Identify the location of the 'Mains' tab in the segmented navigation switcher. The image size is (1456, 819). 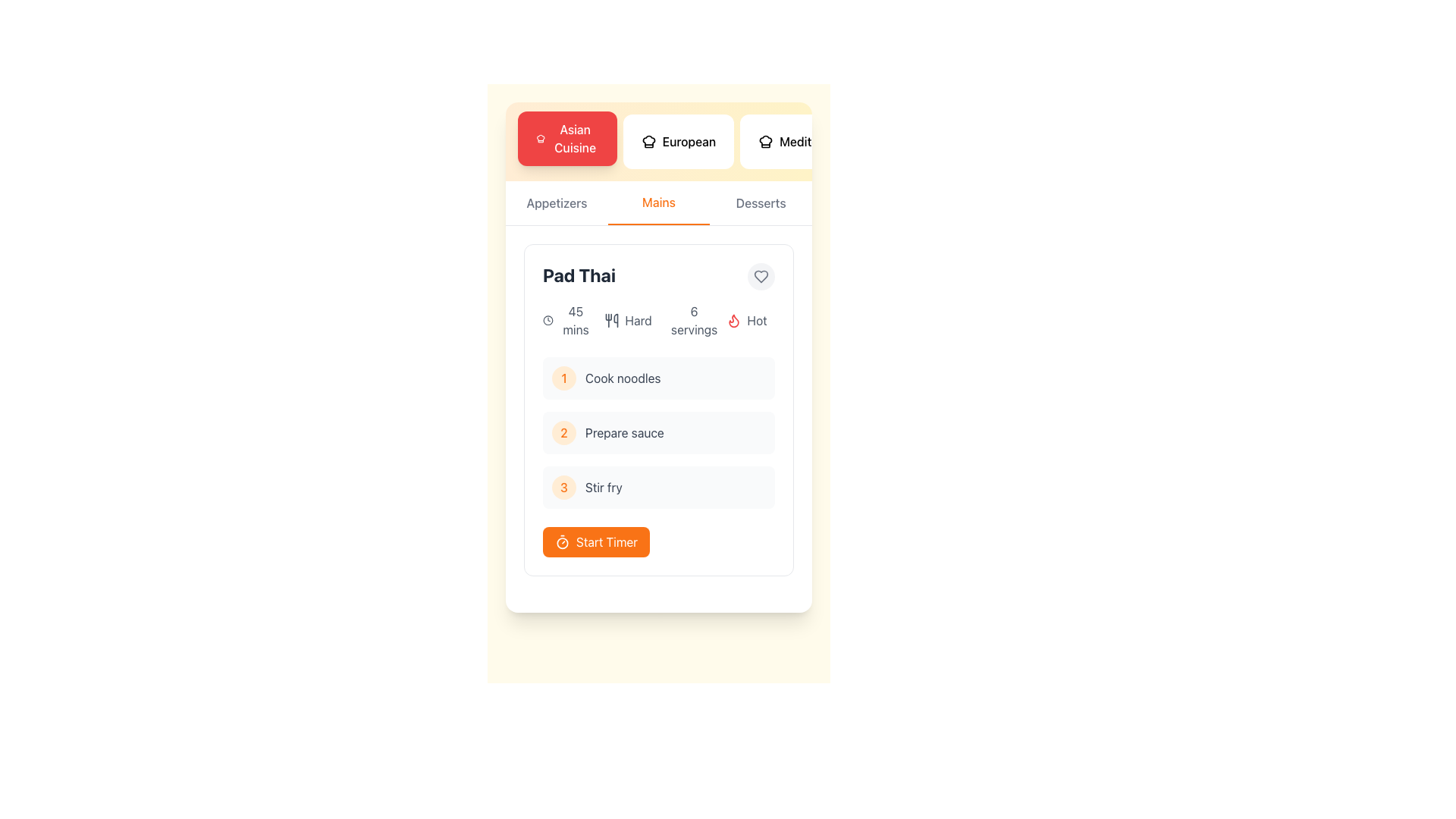
(658, 202).